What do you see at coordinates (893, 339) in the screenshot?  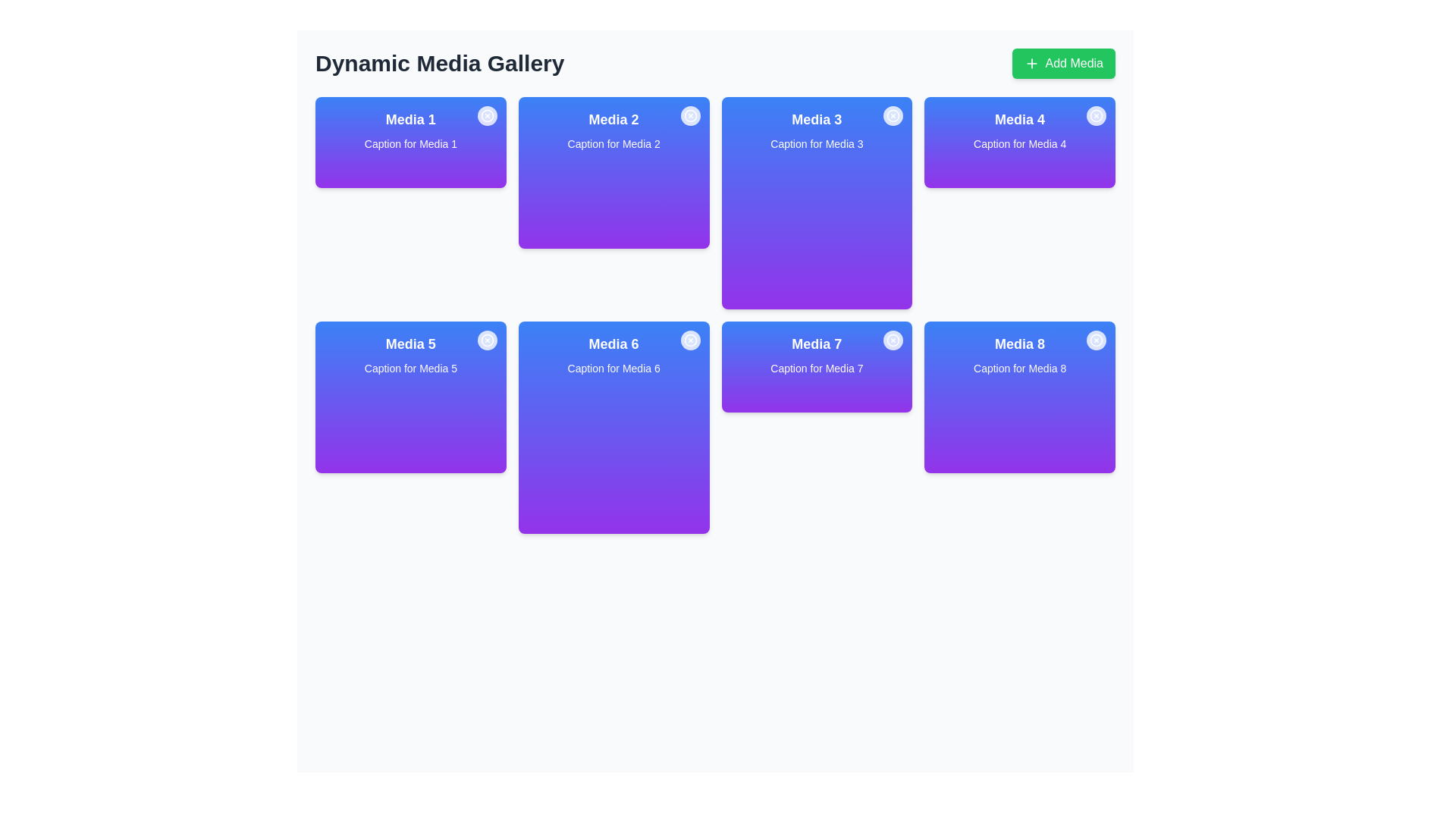 I see `the circular button with a white background and red cross icon located in the top-right corner of the 'Media 7' card` at bounding box center [893, 339].